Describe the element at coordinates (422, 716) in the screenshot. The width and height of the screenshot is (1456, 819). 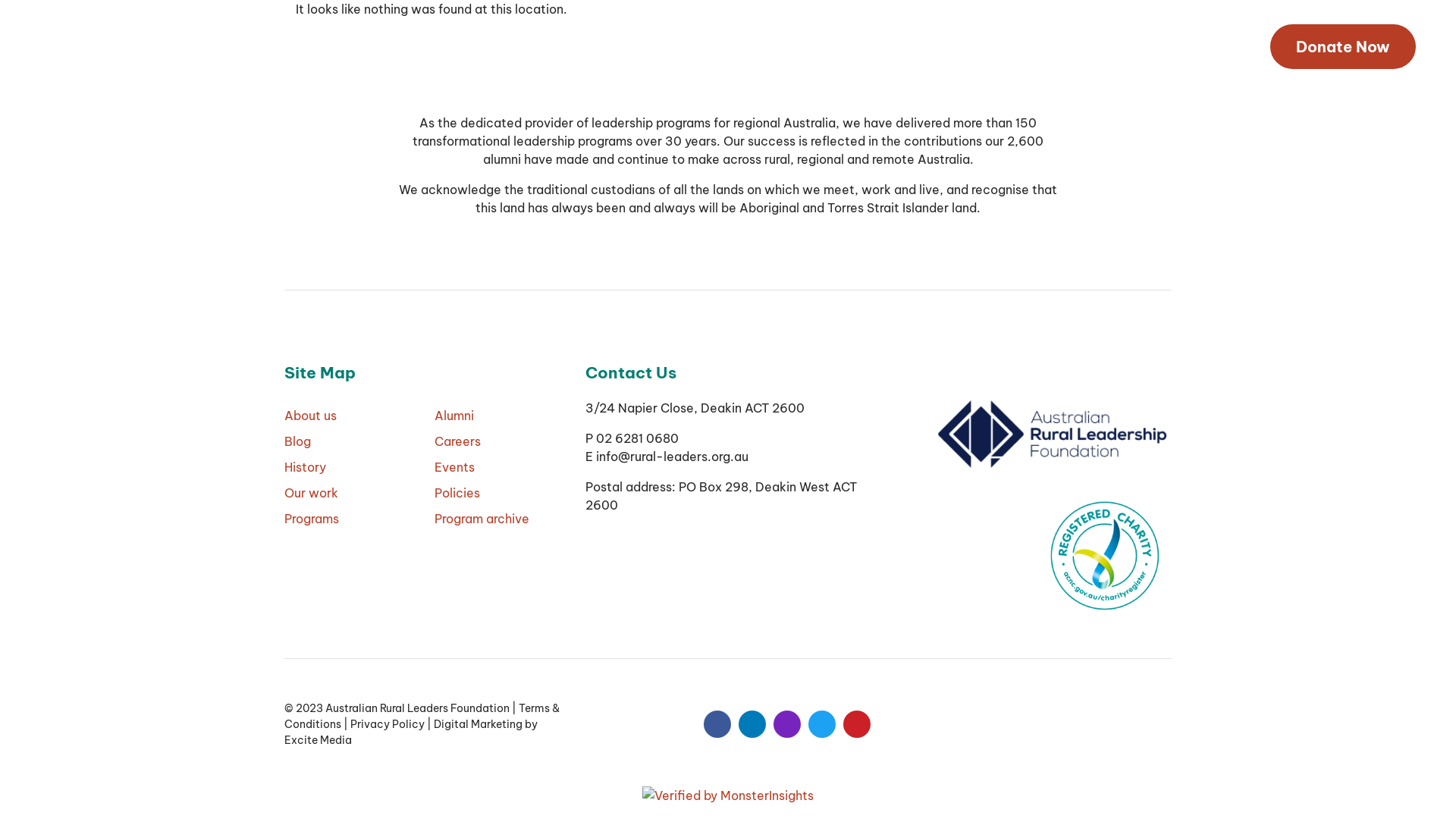
I see `'Terms & Conditions'` at that location.